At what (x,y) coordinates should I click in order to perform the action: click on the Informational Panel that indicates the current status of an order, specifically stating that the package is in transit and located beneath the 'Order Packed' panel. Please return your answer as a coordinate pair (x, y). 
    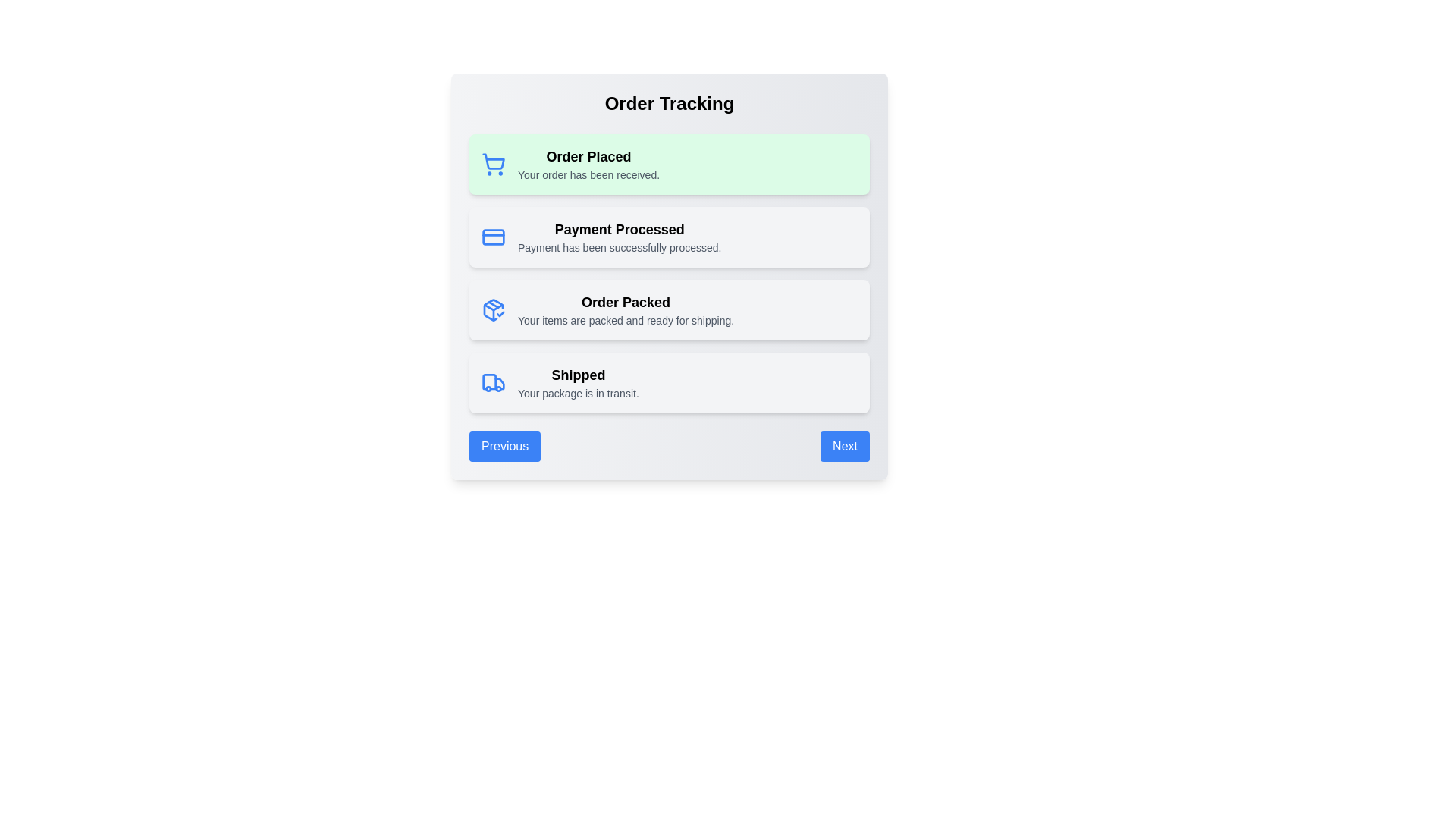
    Looking at the image, I should click on (669, 382).